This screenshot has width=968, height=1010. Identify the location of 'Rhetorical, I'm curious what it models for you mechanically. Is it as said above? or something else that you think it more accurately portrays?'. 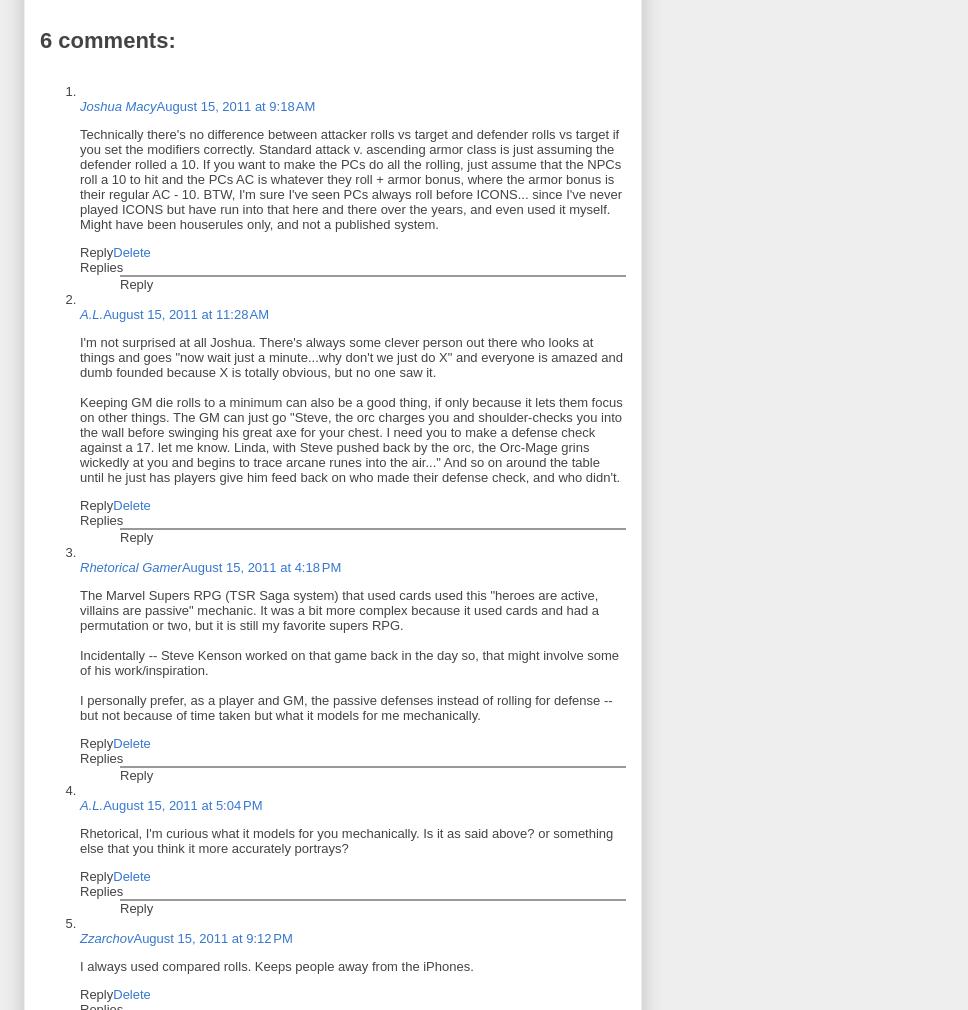
(78, 840).